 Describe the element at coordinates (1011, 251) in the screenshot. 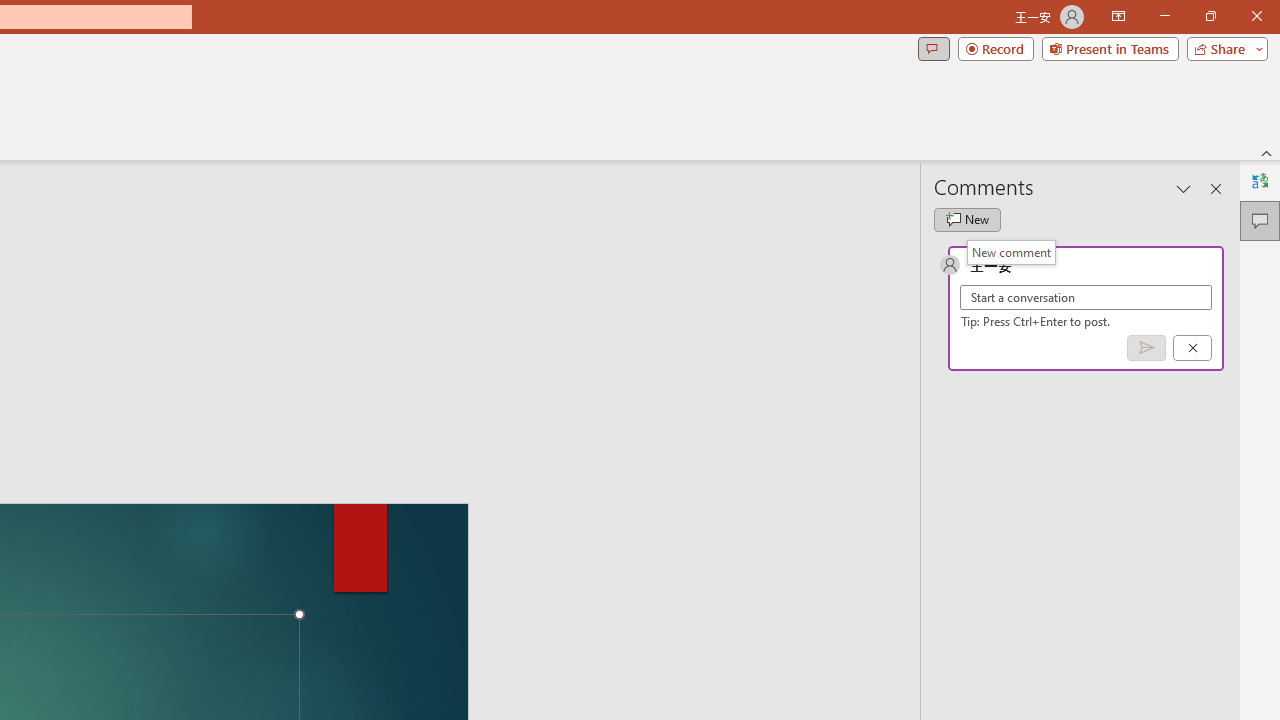

I see `'New comment'` at that location.